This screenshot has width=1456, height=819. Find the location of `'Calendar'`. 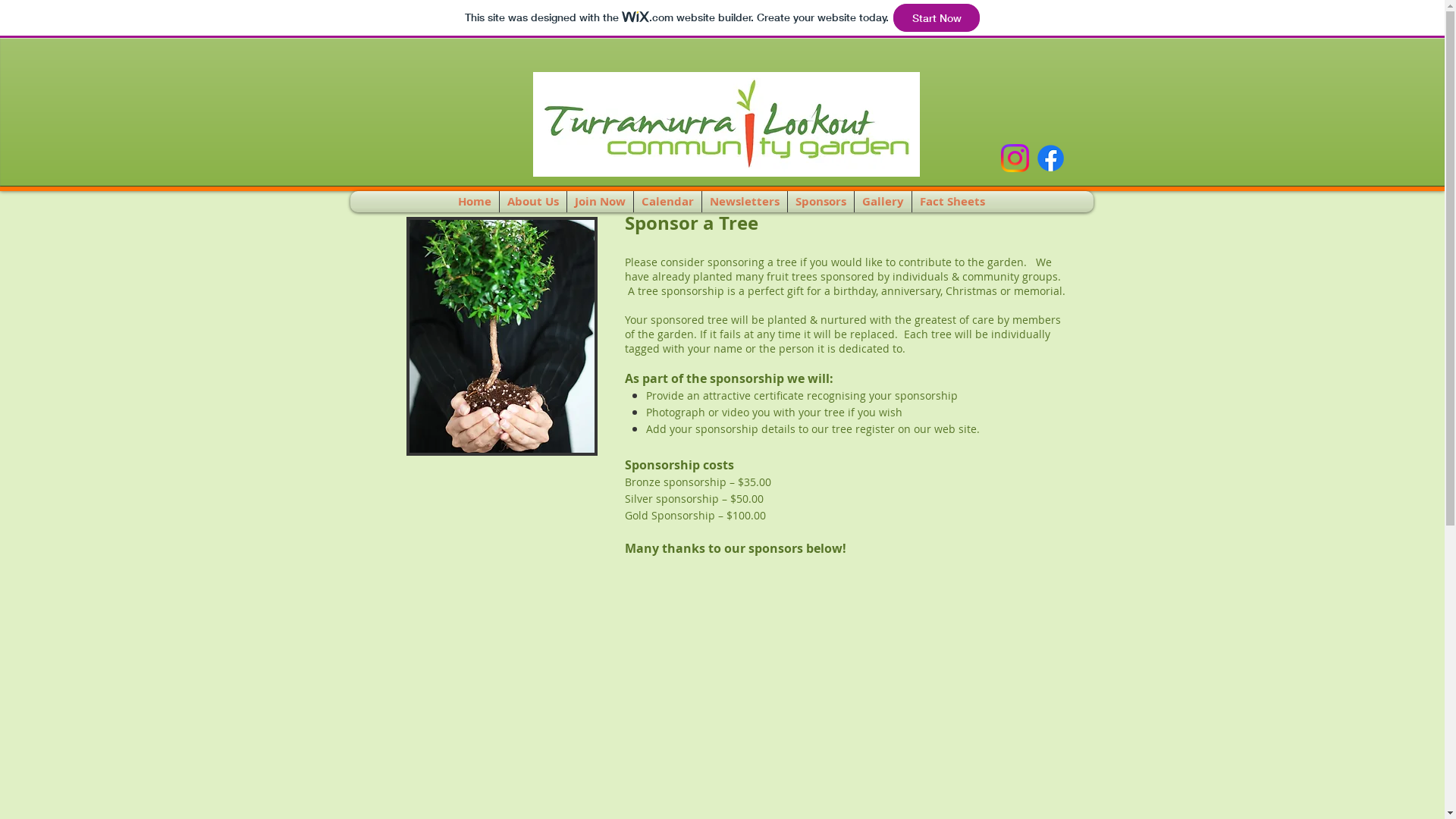

'Calendar' is located at coordinates (667, 201).